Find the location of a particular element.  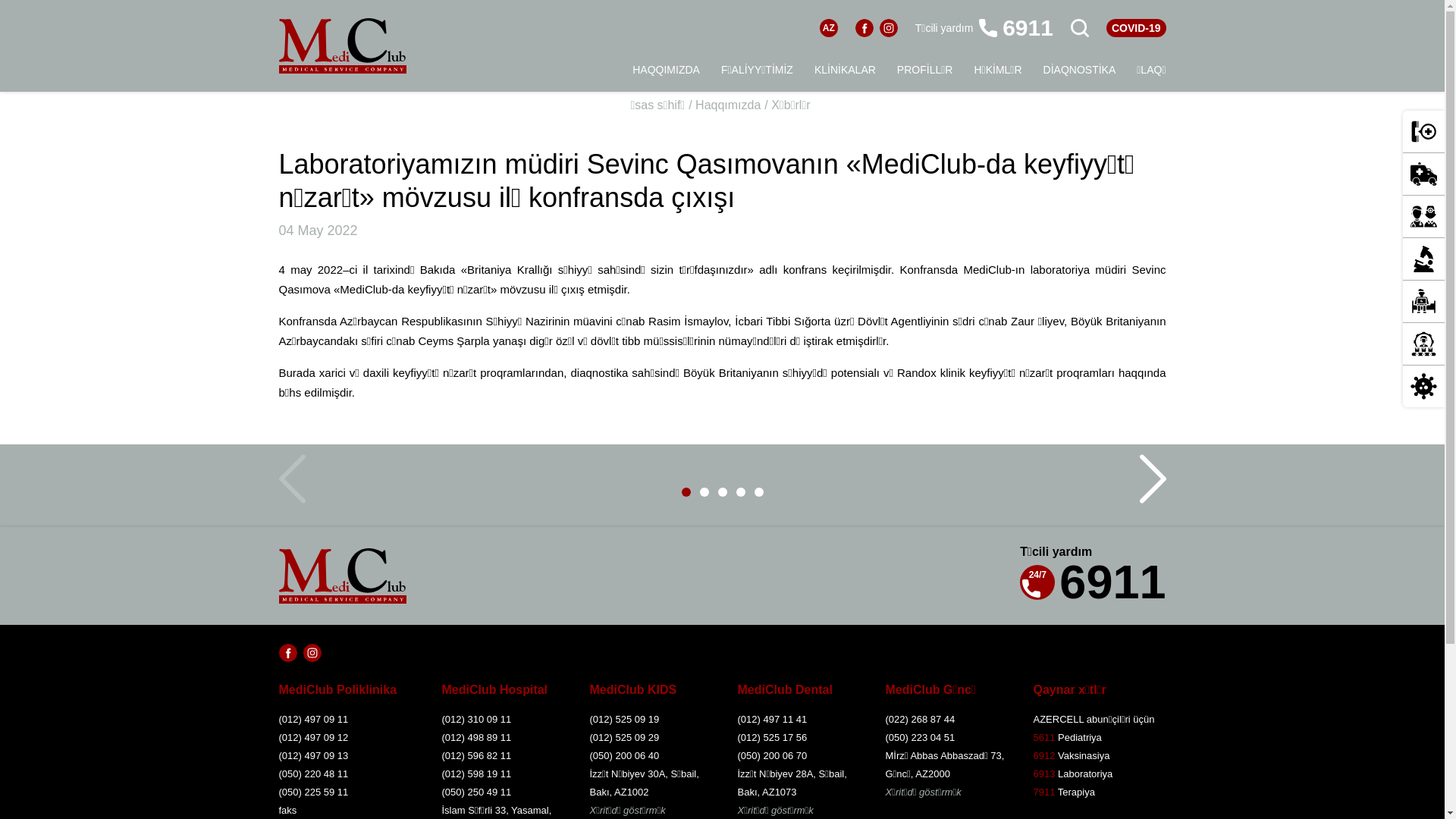

'5' is located at coordinates (753, 491).